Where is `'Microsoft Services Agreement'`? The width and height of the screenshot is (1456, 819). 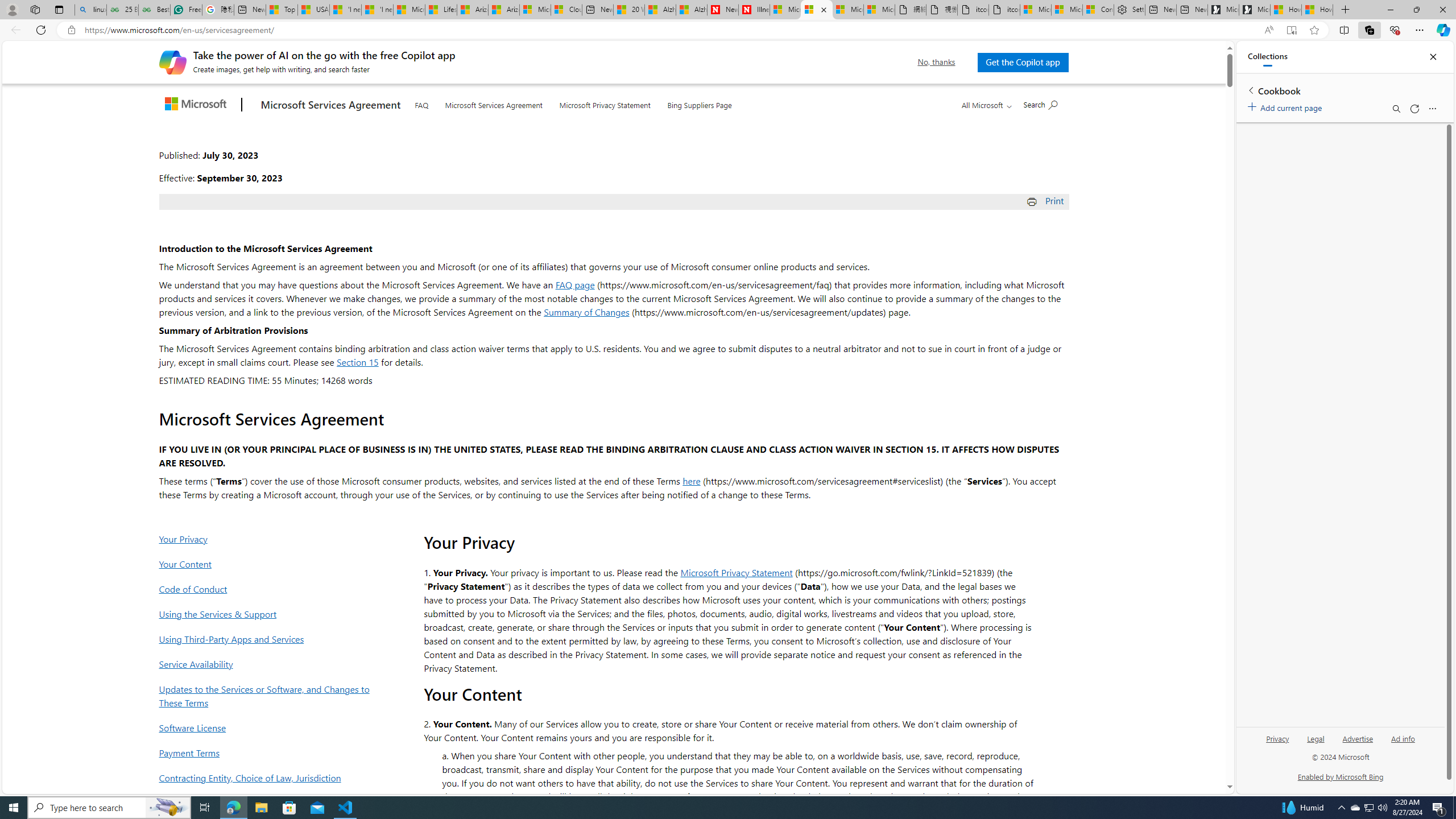
'Microsoft Services Agreement' is located at coordinates (494, 103).